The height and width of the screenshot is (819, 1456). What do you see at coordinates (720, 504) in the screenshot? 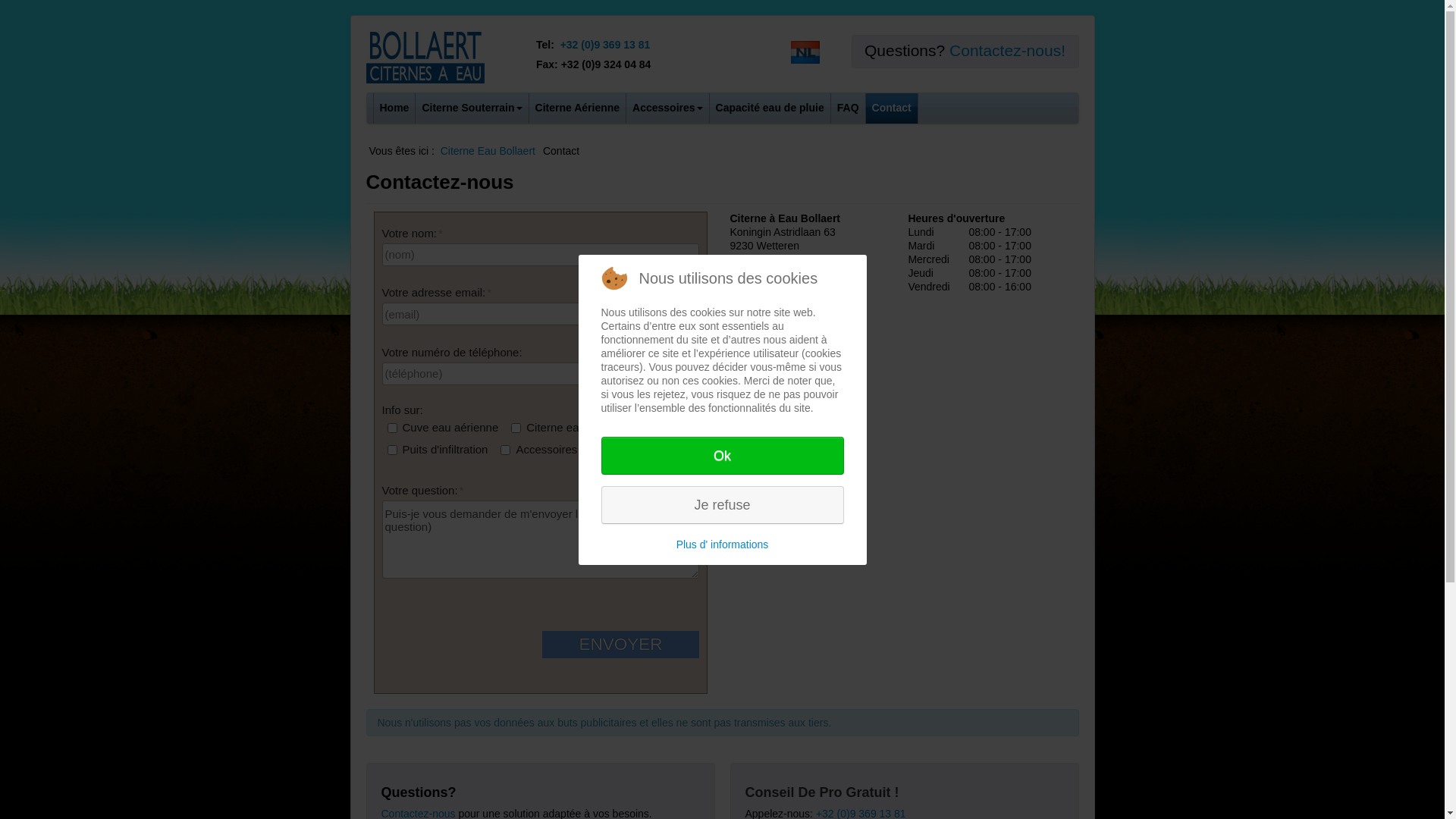
I see `'Je refuse'` at bounding box center [720, 504].